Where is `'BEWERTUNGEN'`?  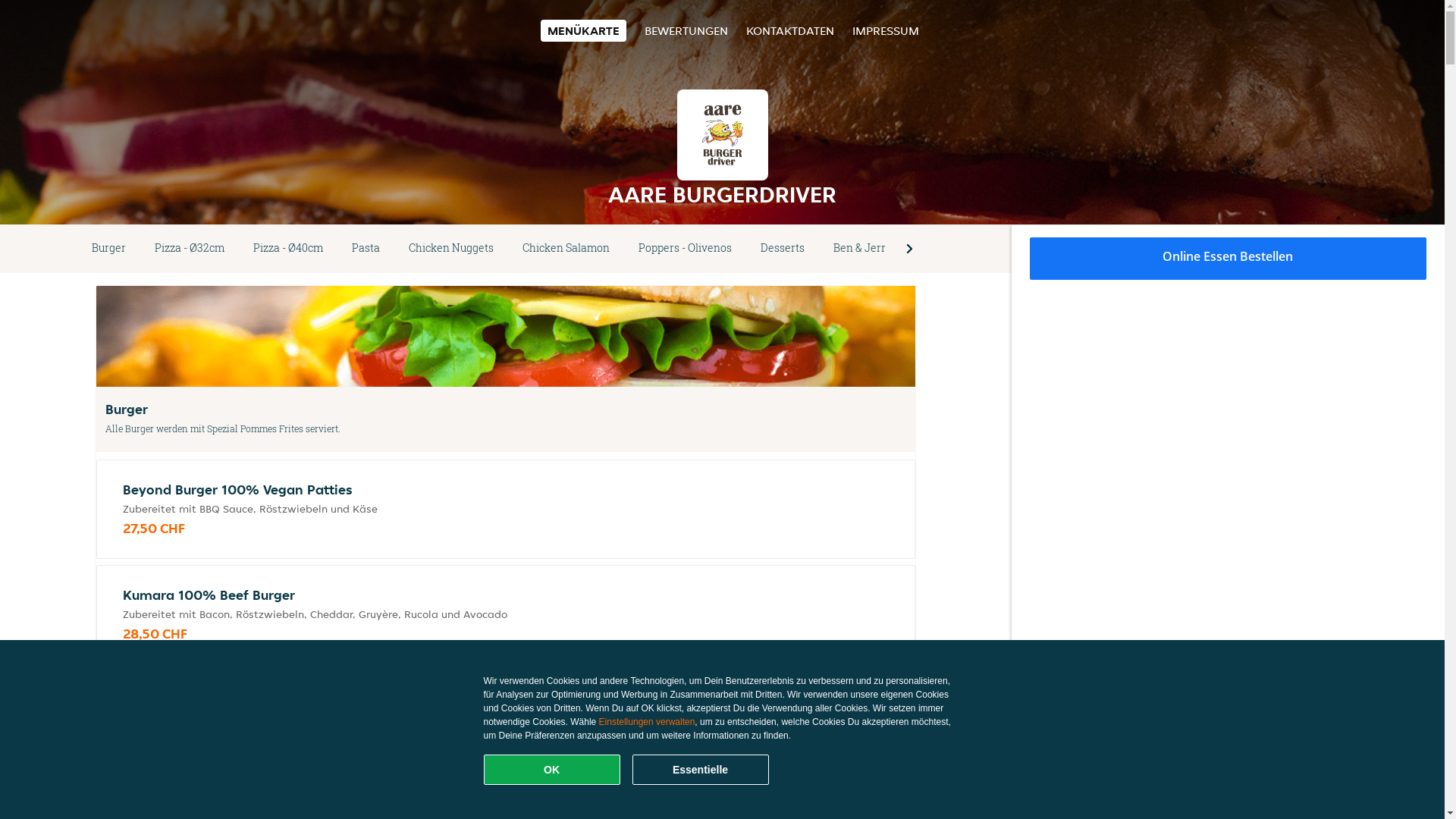 'BEWERTUNGEN' is located at coordinates (686, 30).